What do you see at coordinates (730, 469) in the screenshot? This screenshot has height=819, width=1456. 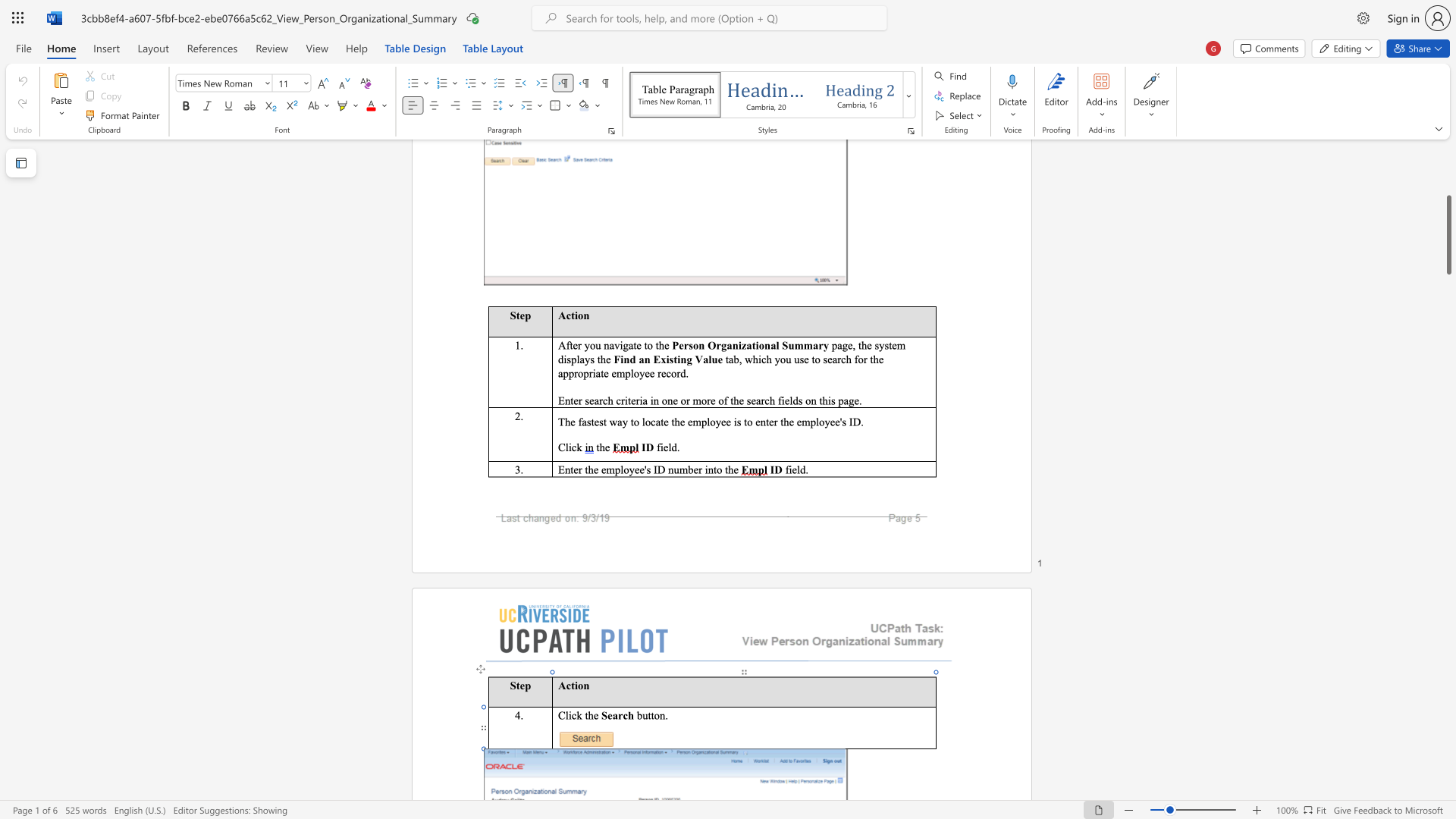 I see `the 2th character "h" in the text` at bounding box center [730, 469].